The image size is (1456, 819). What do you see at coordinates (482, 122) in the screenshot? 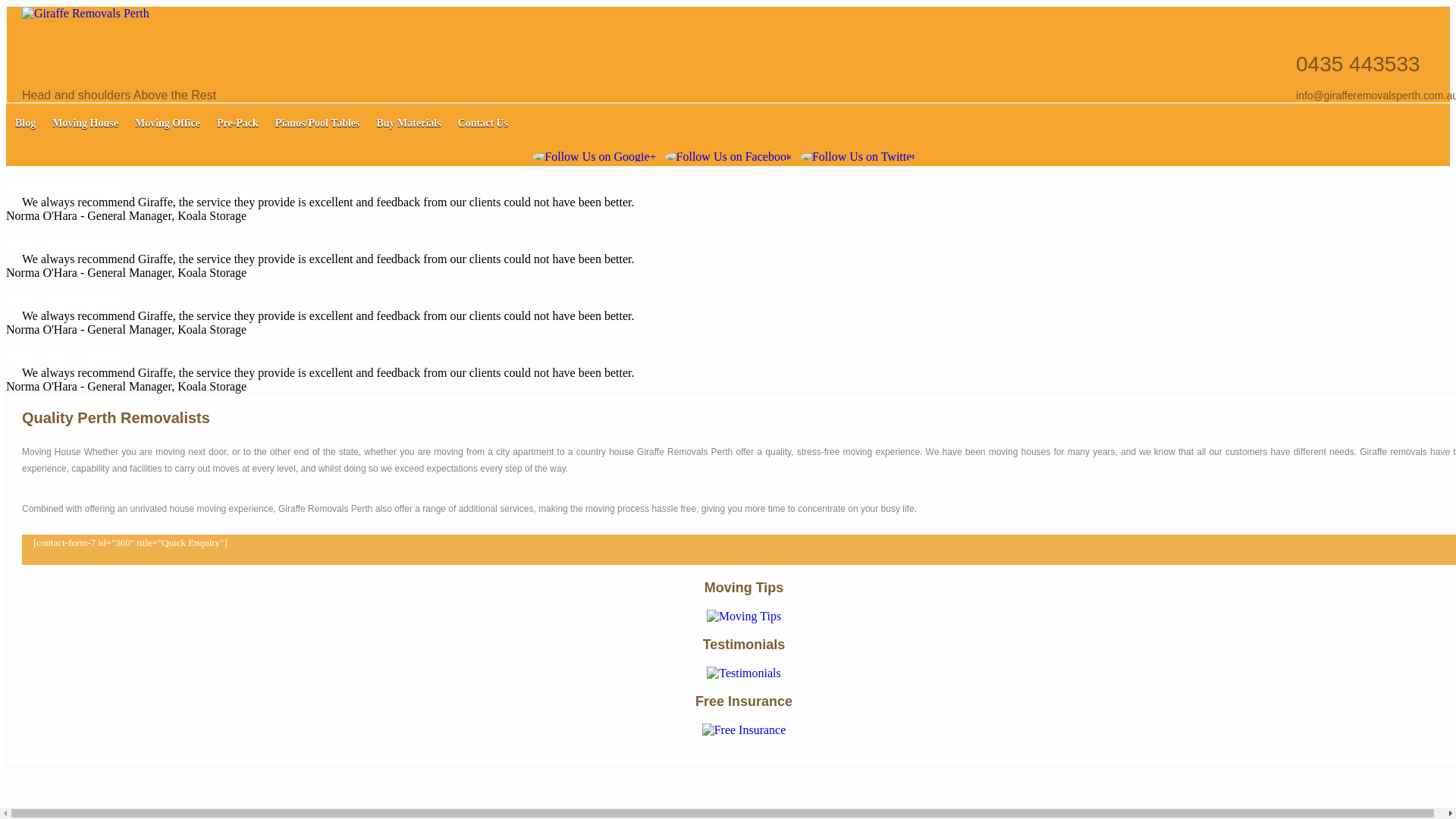
I see `'Contact Us'` at bounding box center [482, 122].